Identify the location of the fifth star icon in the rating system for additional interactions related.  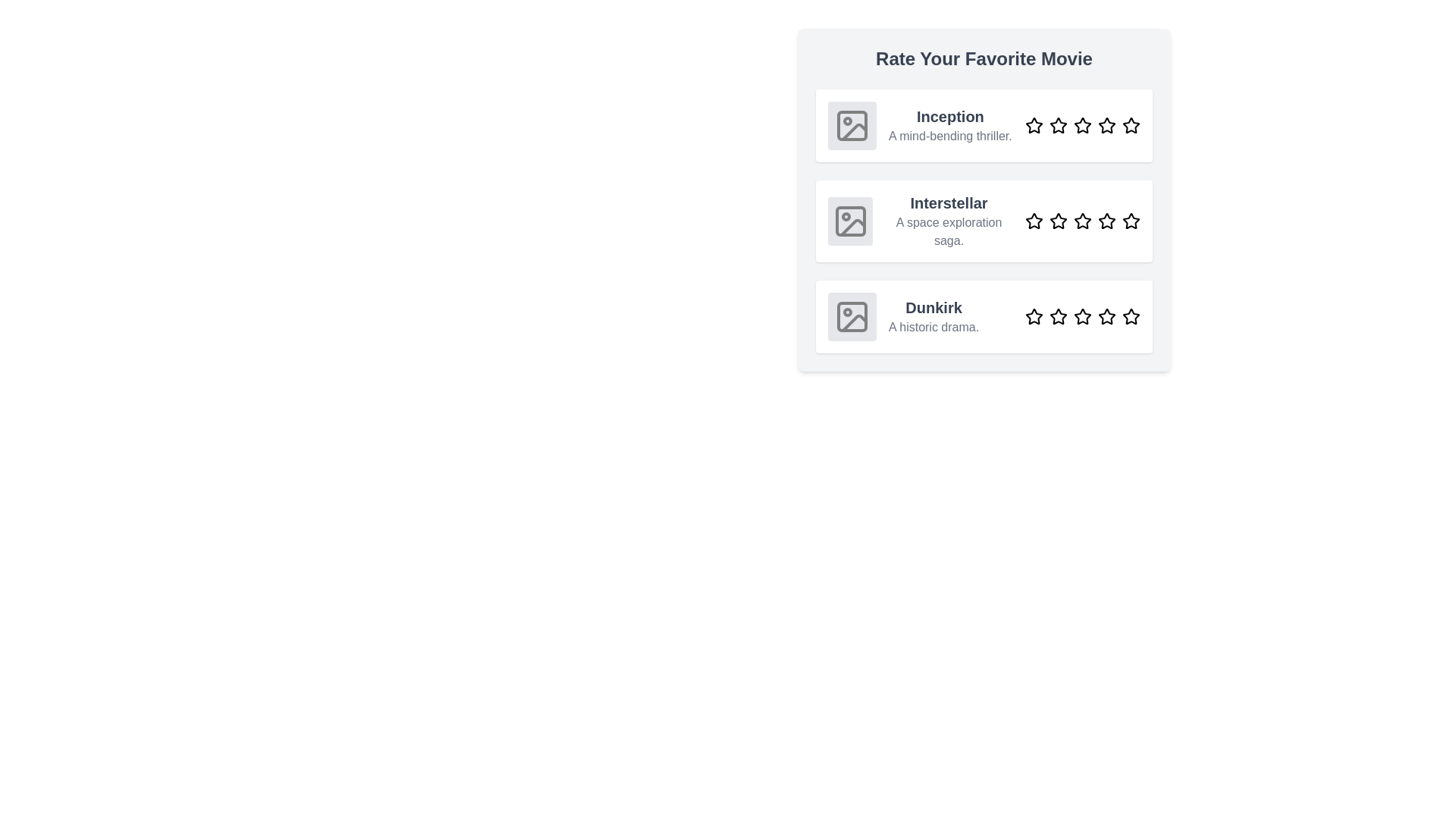
(1131, 124).